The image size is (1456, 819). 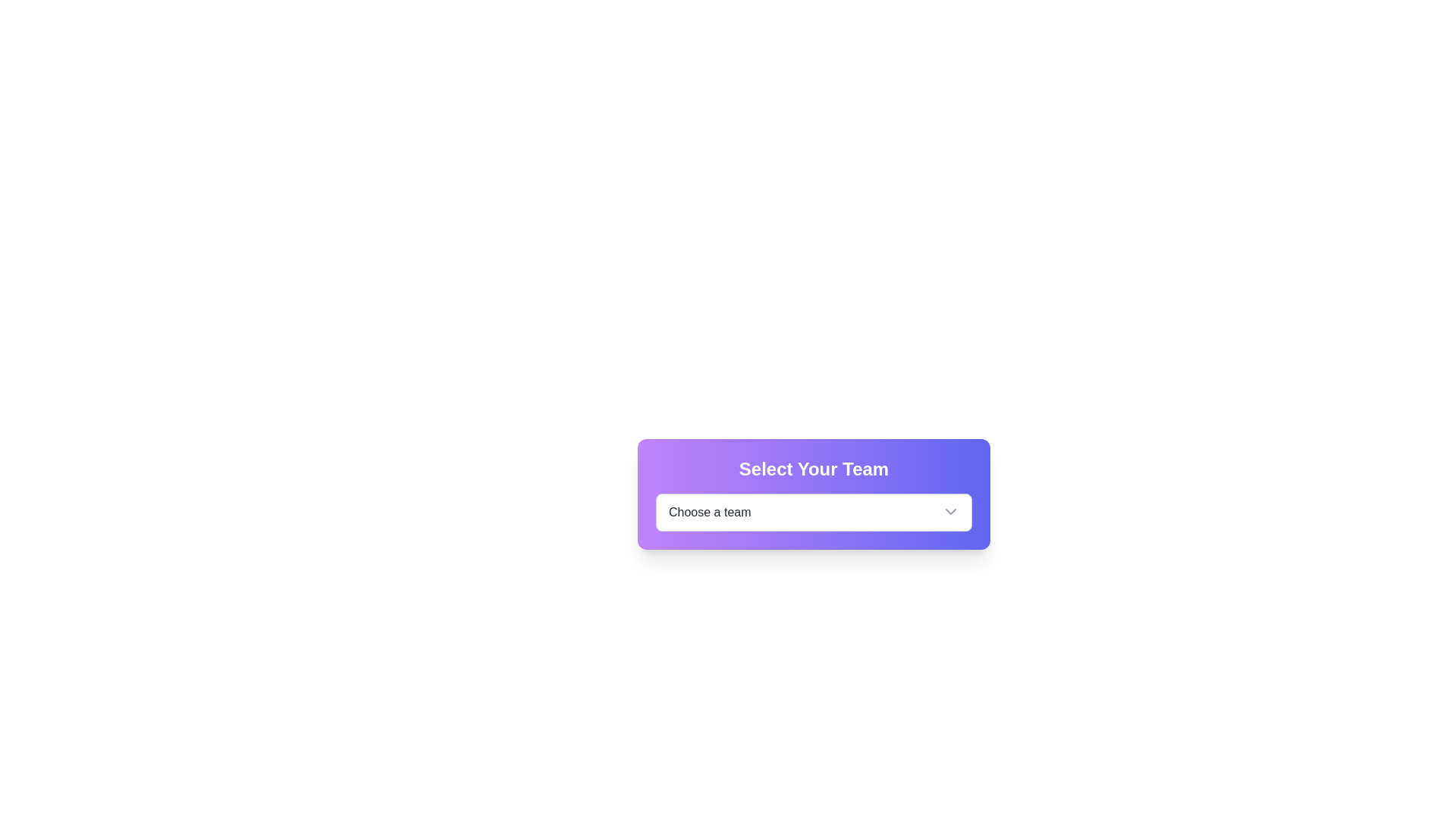 What do you see at coordinates (949, 512) in the screenshot?
I see `the chevron icon at the rightmost part of the 'Choose a team' dropdown` at bounding box center [949, 512].